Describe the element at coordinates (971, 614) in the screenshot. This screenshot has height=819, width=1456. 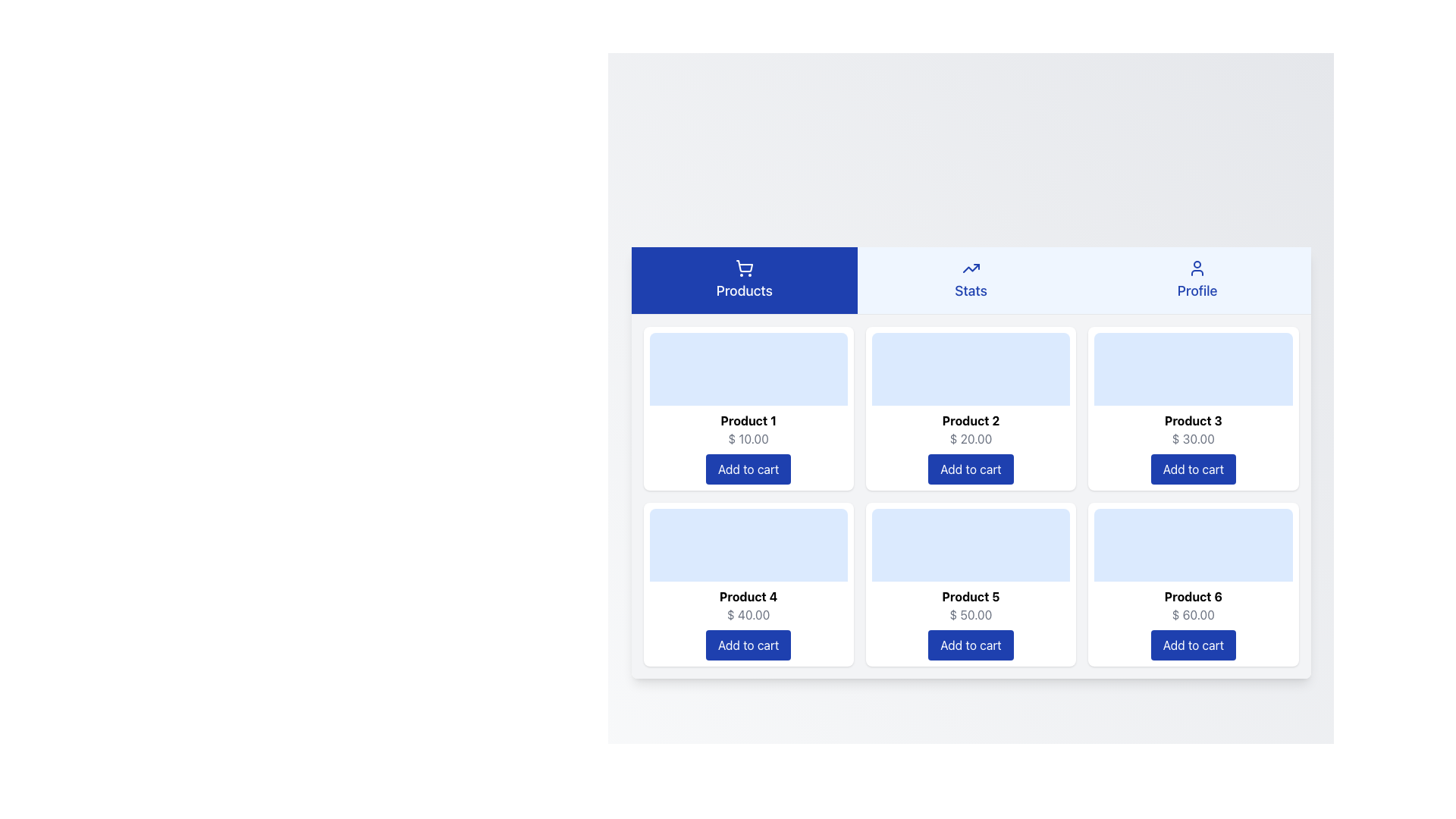
I see `the static text label displaying the price '$ 50.00' located in the product card for 'Product 5', which is styled in gray color and positioned below the product title` at that location.